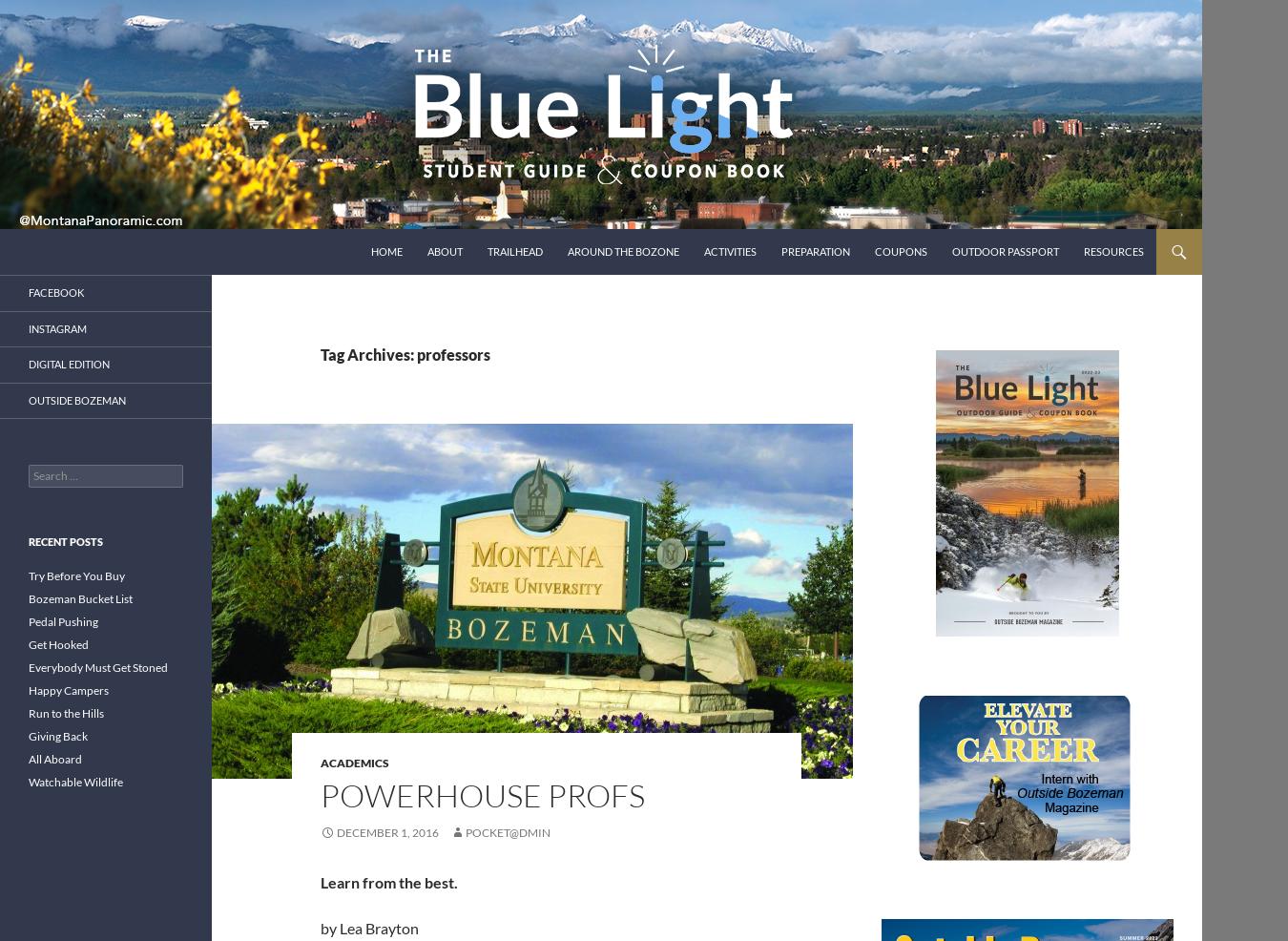  Describe the element at coordinates (900, 251) in the screenshot. I see `'Coupons'` at that location.